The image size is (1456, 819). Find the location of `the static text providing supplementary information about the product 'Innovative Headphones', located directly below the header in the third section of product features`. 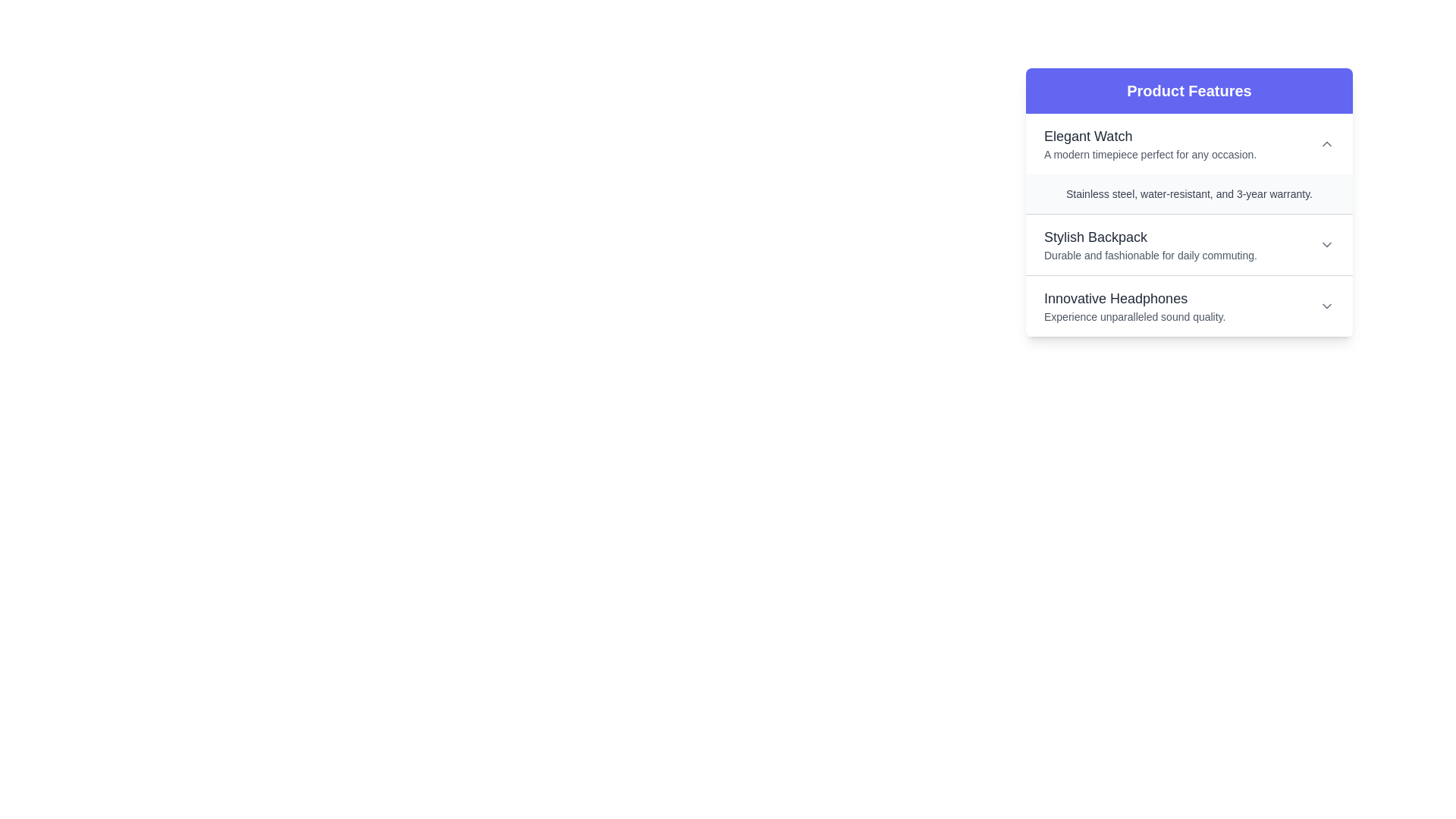

the static text providing supplementary information about the product 'Innovative Headphones', located directly below the header in the third section of product features is located at coordinates (1134, 315).